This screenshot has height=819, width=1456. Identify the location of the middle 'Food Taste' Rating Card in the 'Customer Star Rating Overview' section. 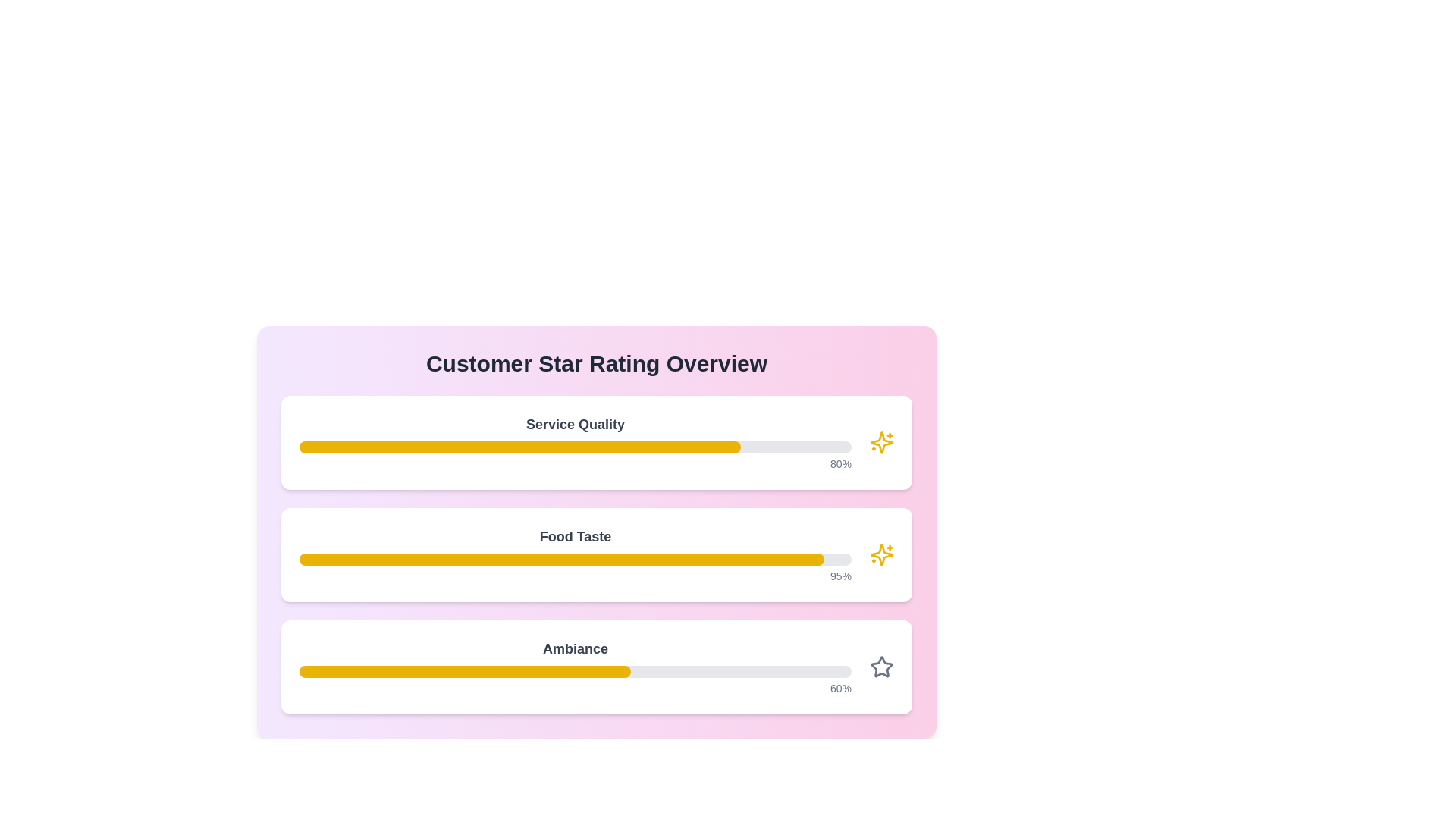
(596, 555).